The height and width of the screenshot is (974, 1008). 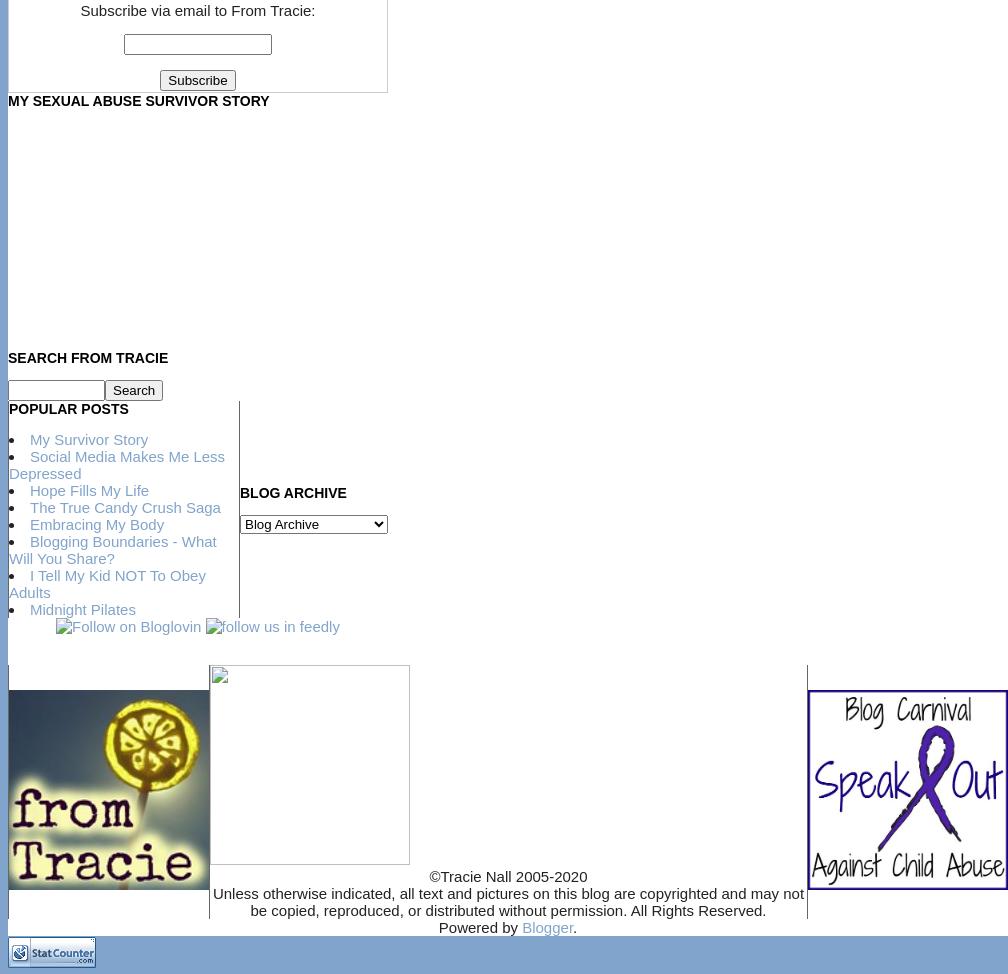 I want to click on 'Popular Posts', so click(x=8, y=407).